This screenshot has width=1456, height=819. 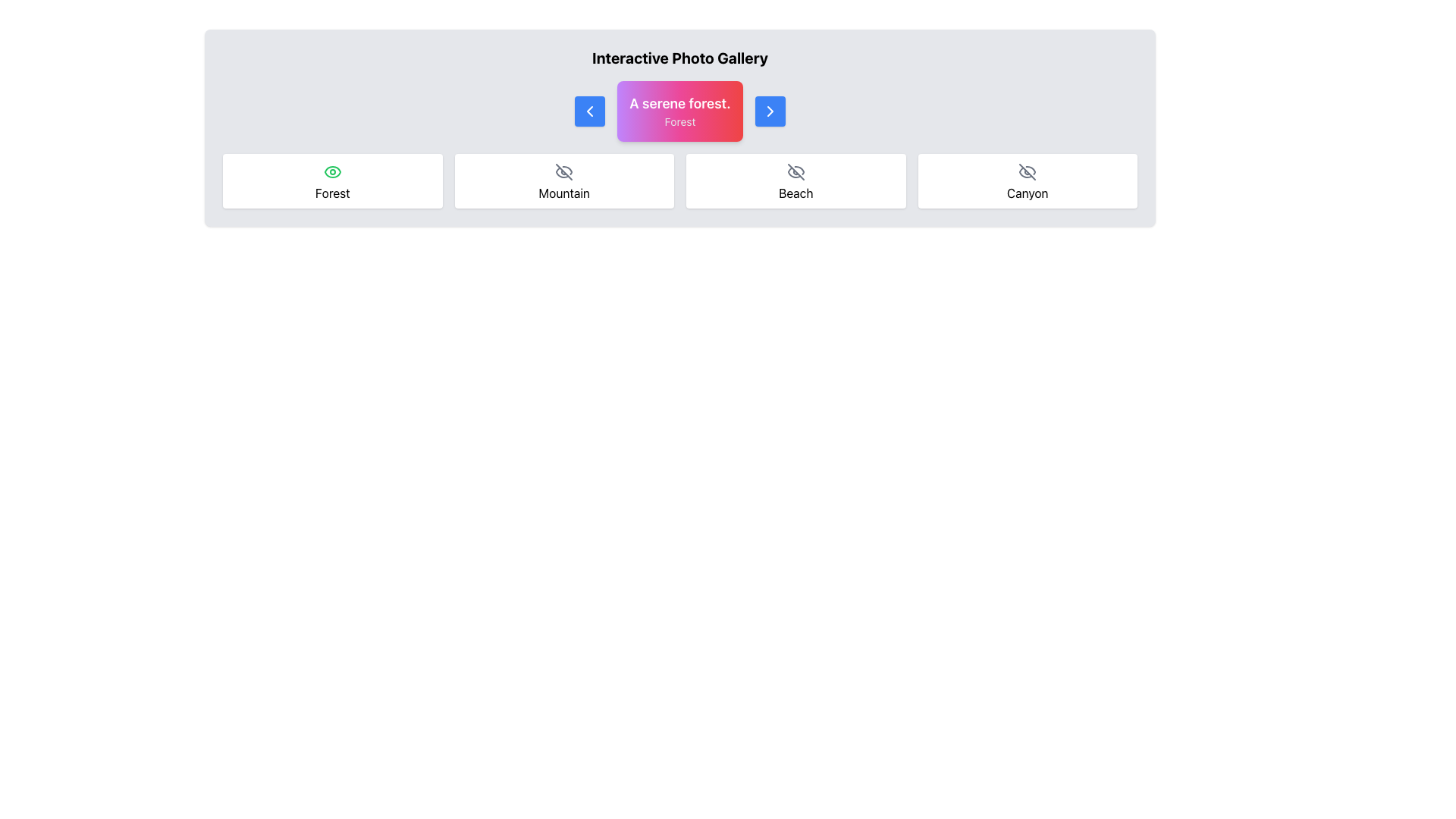 I want to click on the decorative graphic shape of the eye icon located just above the 'Forest' label in the interactive gallery interface, so click(x=331, y=171).